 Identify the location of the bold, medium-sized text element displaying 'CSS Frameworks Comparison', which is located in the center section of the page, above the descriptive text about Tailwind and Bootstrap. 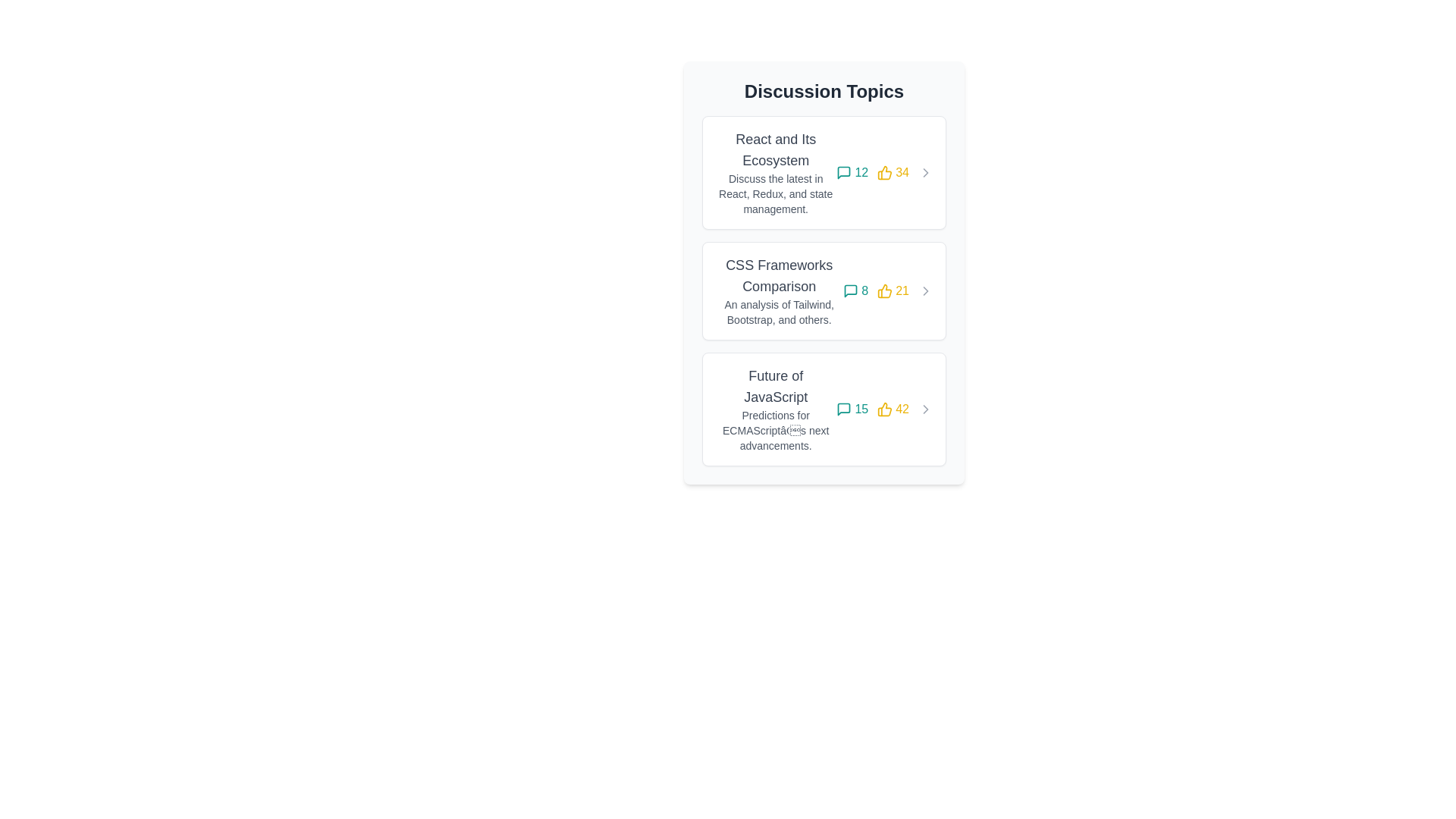
(779, 275).